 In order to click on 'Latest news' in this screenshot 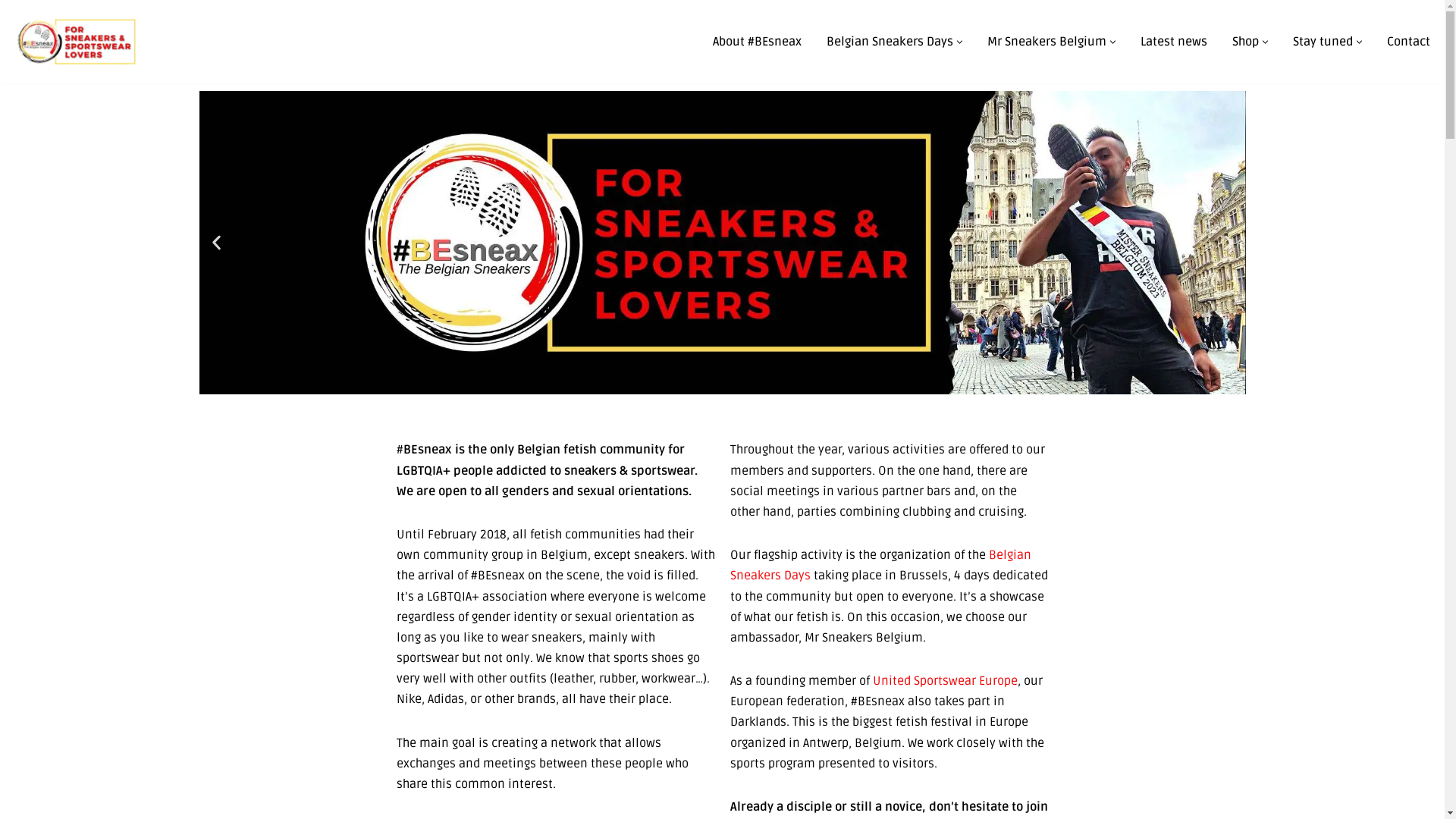, I will do `click(1173, 41)`.